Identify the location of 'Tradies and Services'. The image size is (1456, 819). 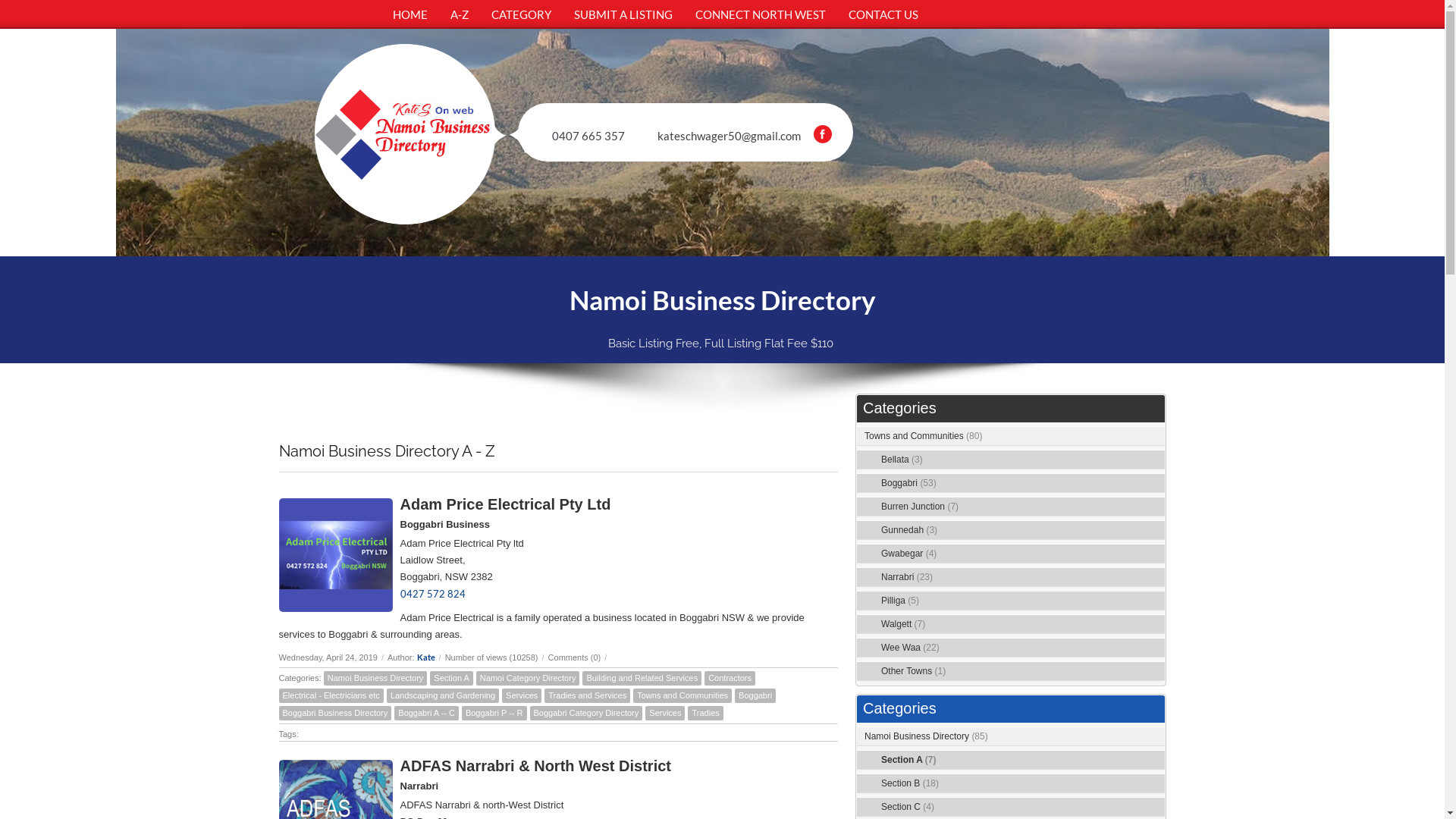
(544, 695).